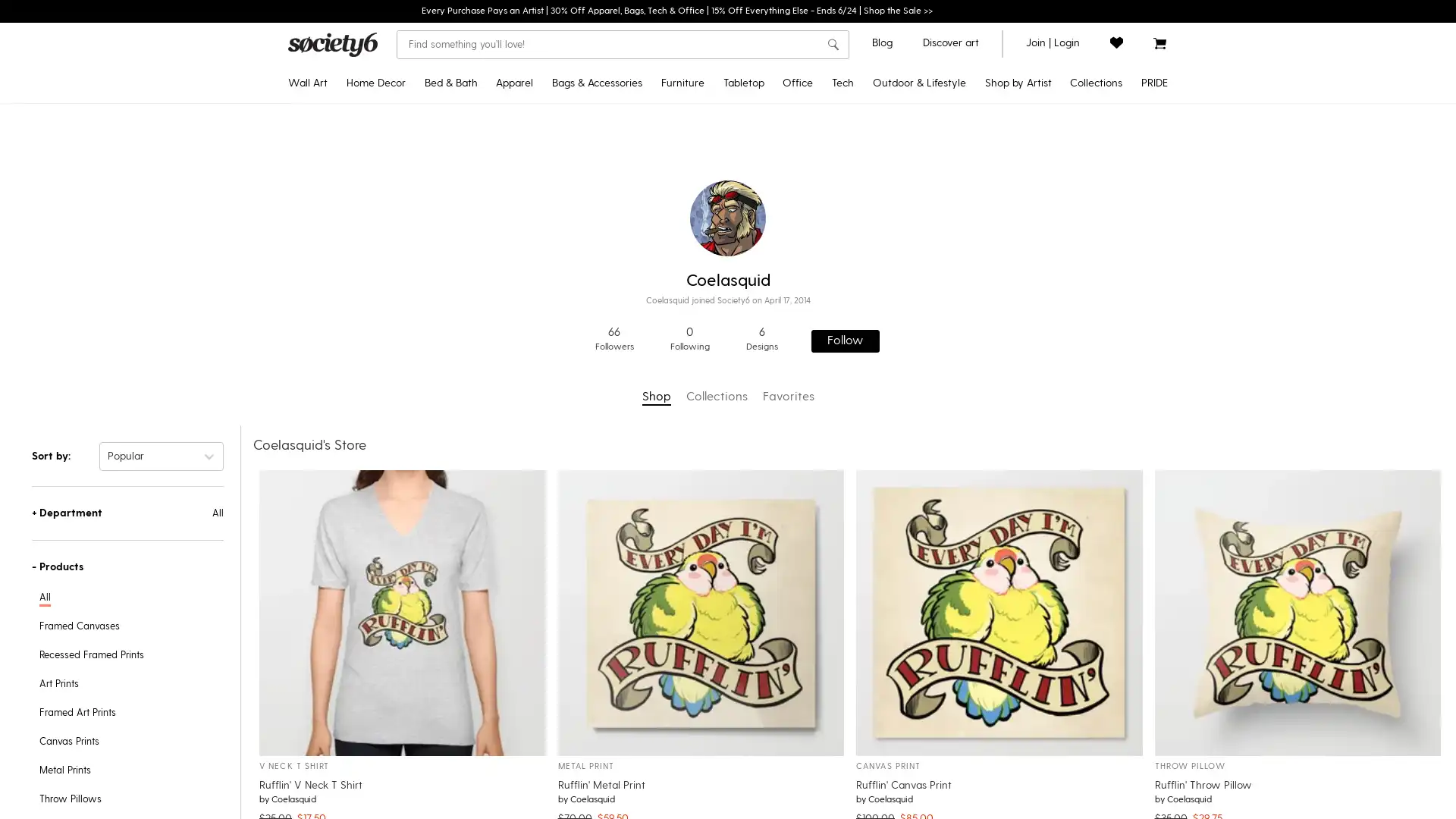 This screenshot has height=819, width=1456. Describe the element at coordinates (307, 83) in the screenshot. I see `Wall Art` at that location.